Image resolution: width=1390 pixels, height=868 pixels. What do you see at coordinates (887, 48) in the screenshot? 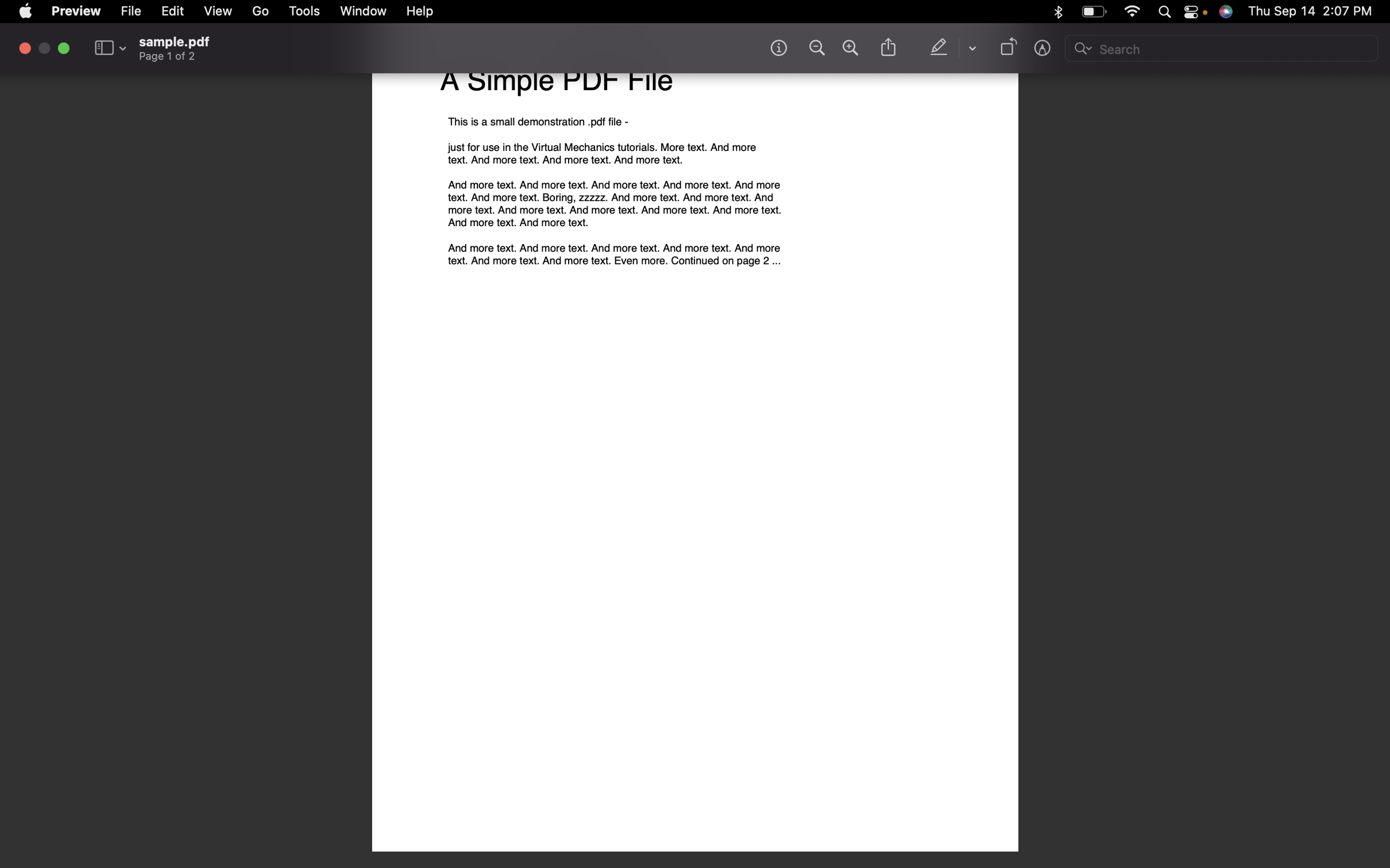
I see `Share the file via Messages` at bounding box center [887, 48].